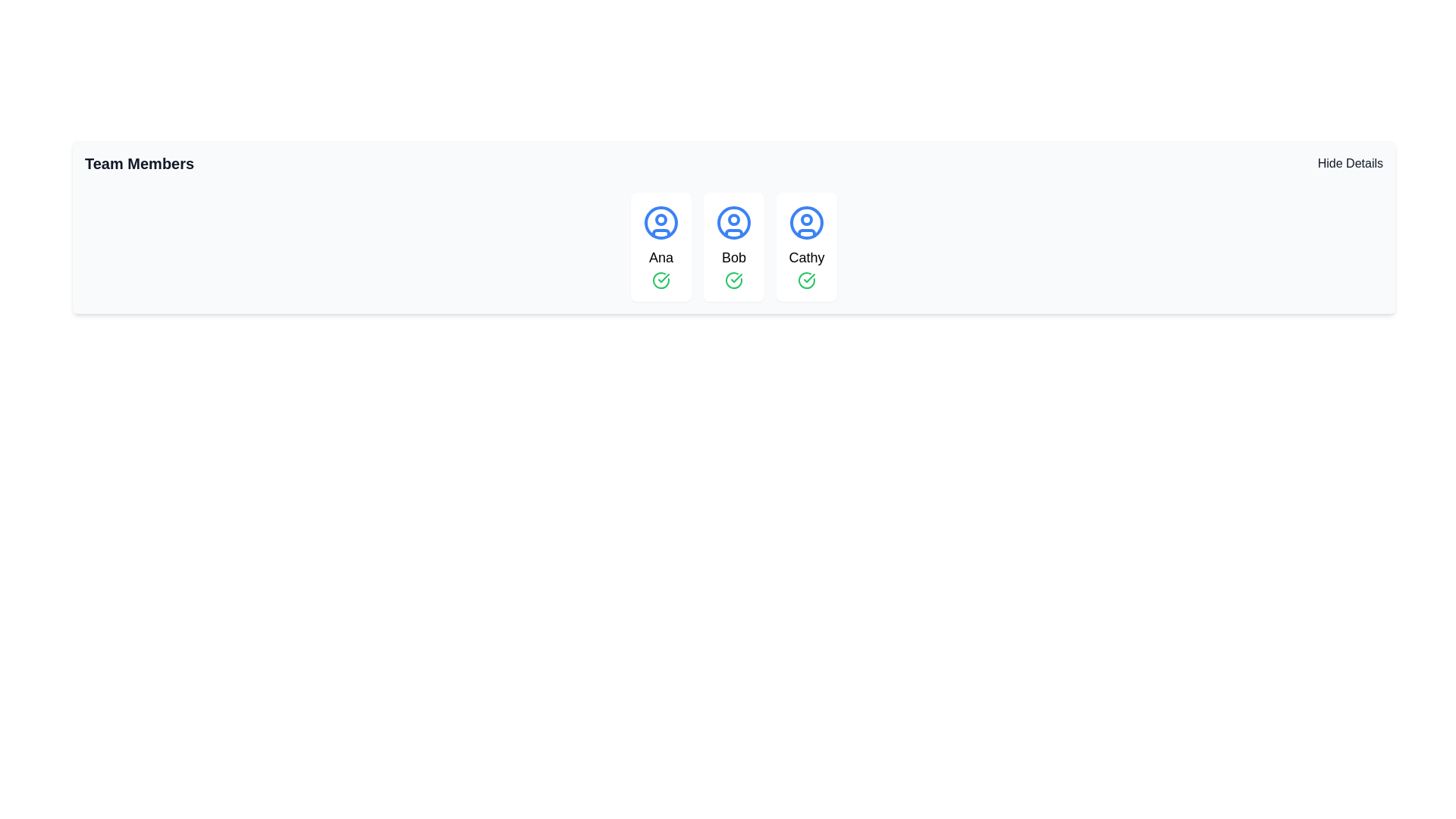 This screenshot has height=819, width=1456. What do you see at coordinates (661, 222) in the screenshot?
I see `the circular user icon with a blue stroke representing 'Ana'` at bounding box center [661, 222].